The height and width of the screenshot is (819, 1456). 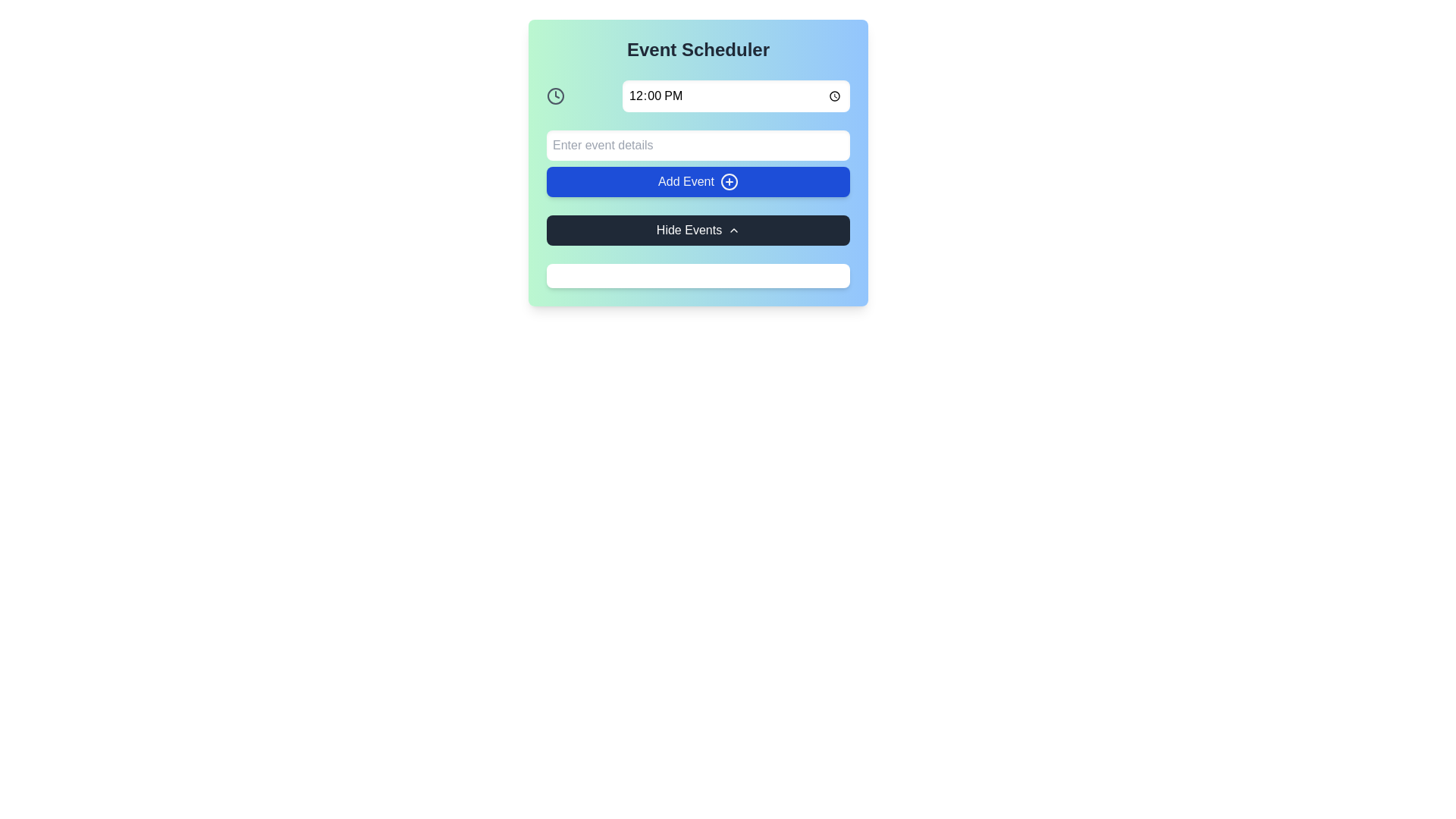 I want to click on the circular icon with a plus sign located within the 'Add Event' button, positioned centrally towards the right end of the button's text for accessibility actions, so click(x=729, y=180).